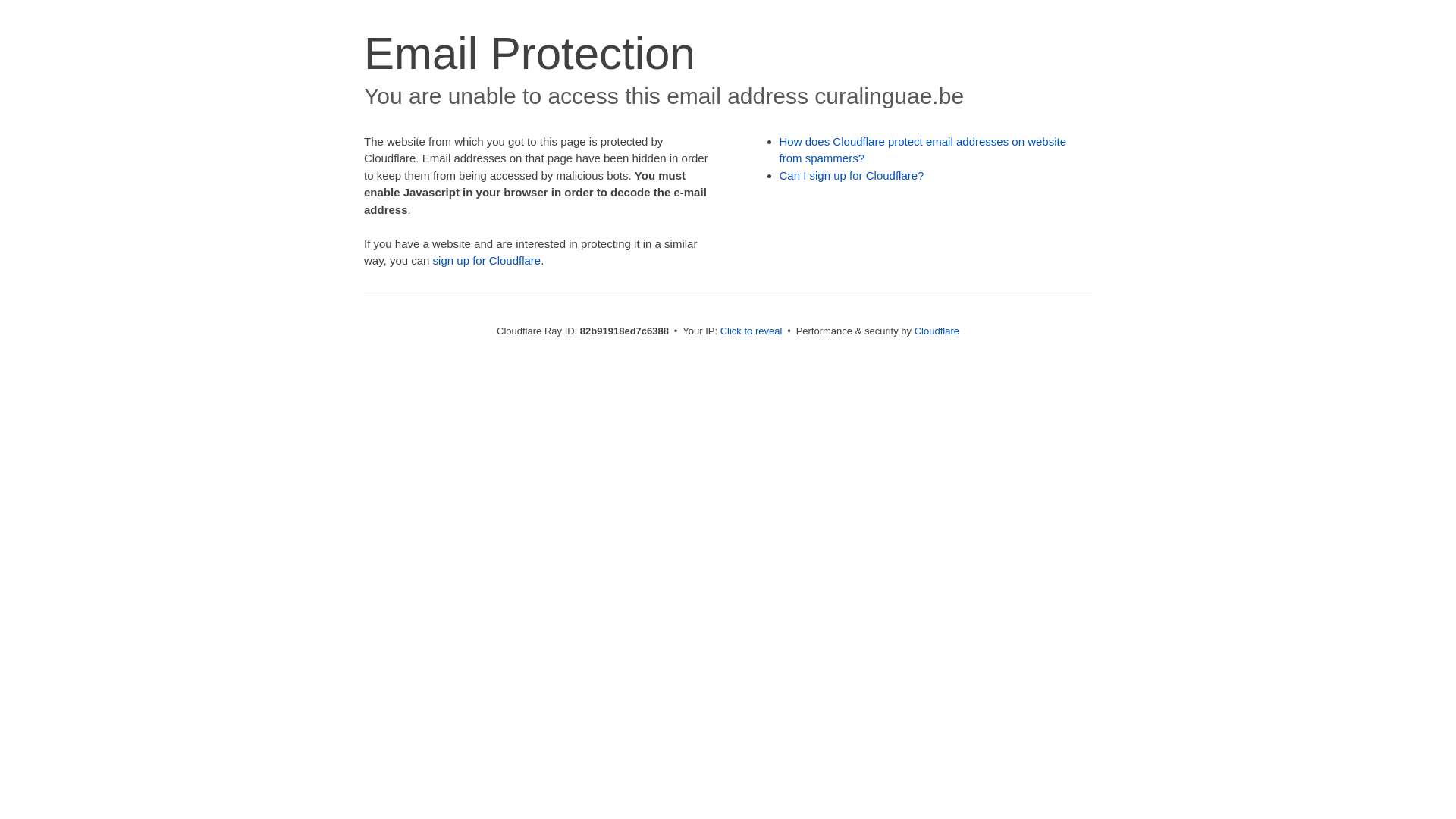 The height and width of the screenshot is (819, 1456). I want to click on 'Click to reveal', so click(751, 330).